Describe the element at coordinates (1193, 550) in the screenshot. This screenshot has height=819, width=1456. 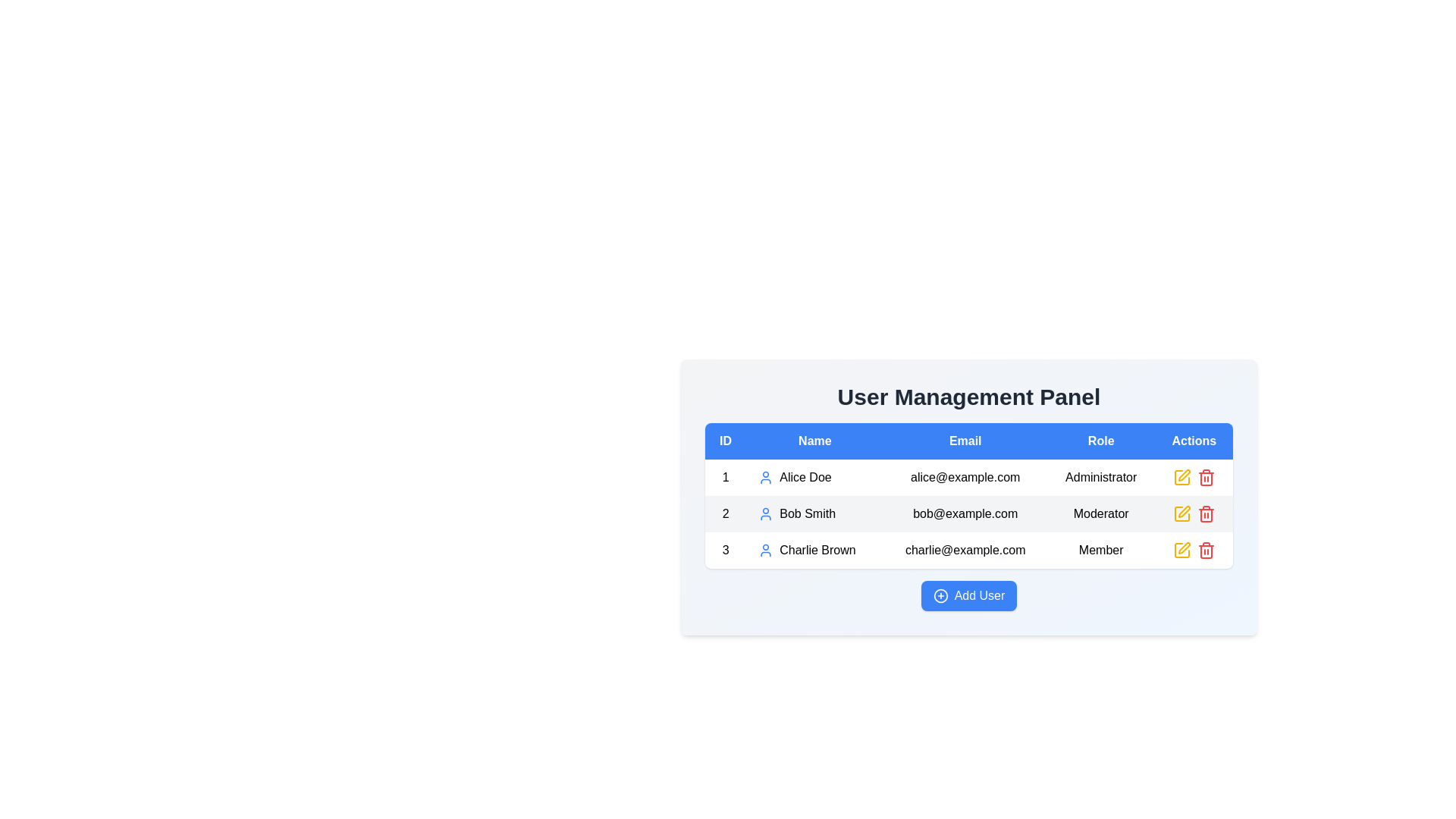
I see `the edit icon in the last row of the user table under the 'Actions' column` at that location.